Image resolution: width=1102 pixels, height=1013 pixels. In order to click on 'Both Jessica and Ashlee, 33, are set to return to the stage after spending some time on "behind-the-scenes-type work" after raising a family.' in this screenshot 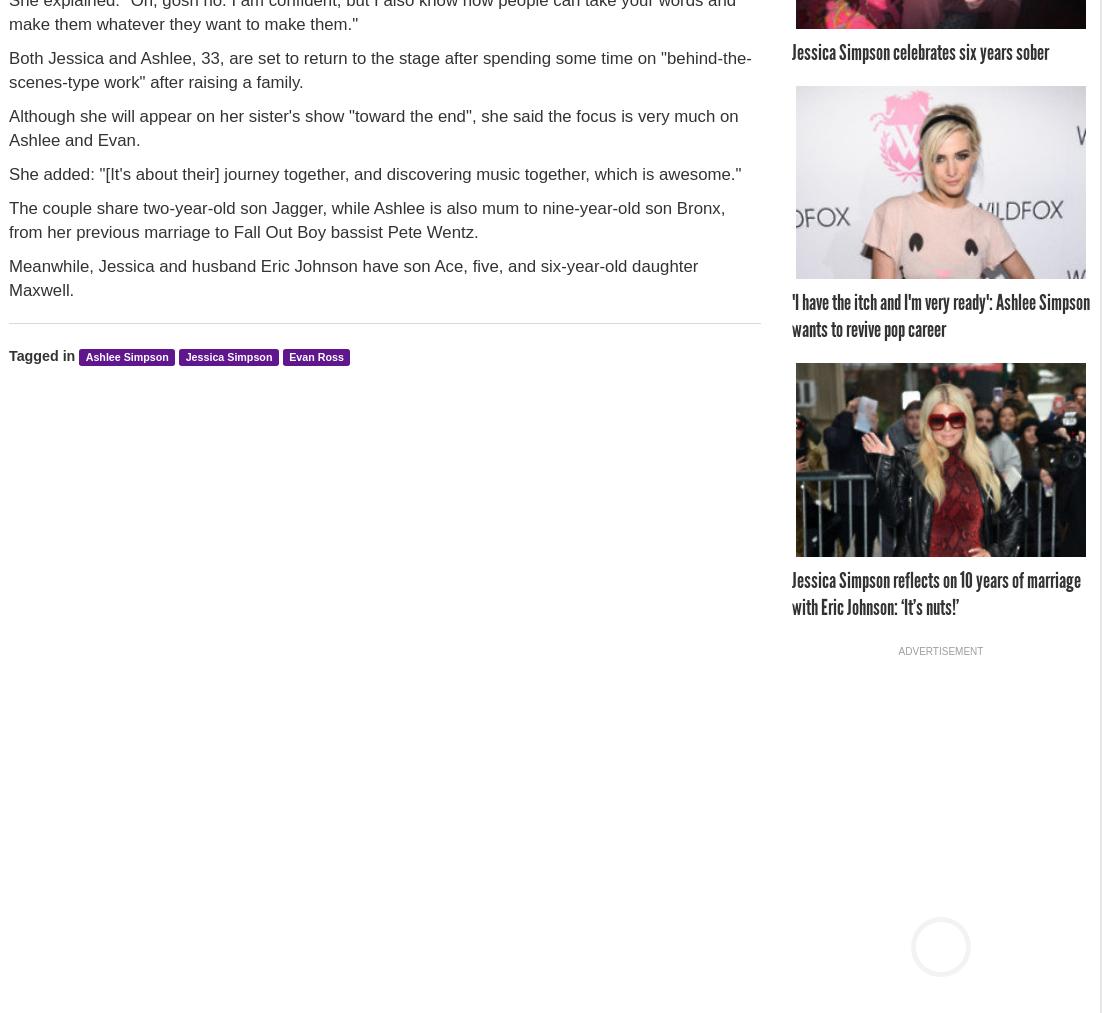, I will do `click(378, 68)`.